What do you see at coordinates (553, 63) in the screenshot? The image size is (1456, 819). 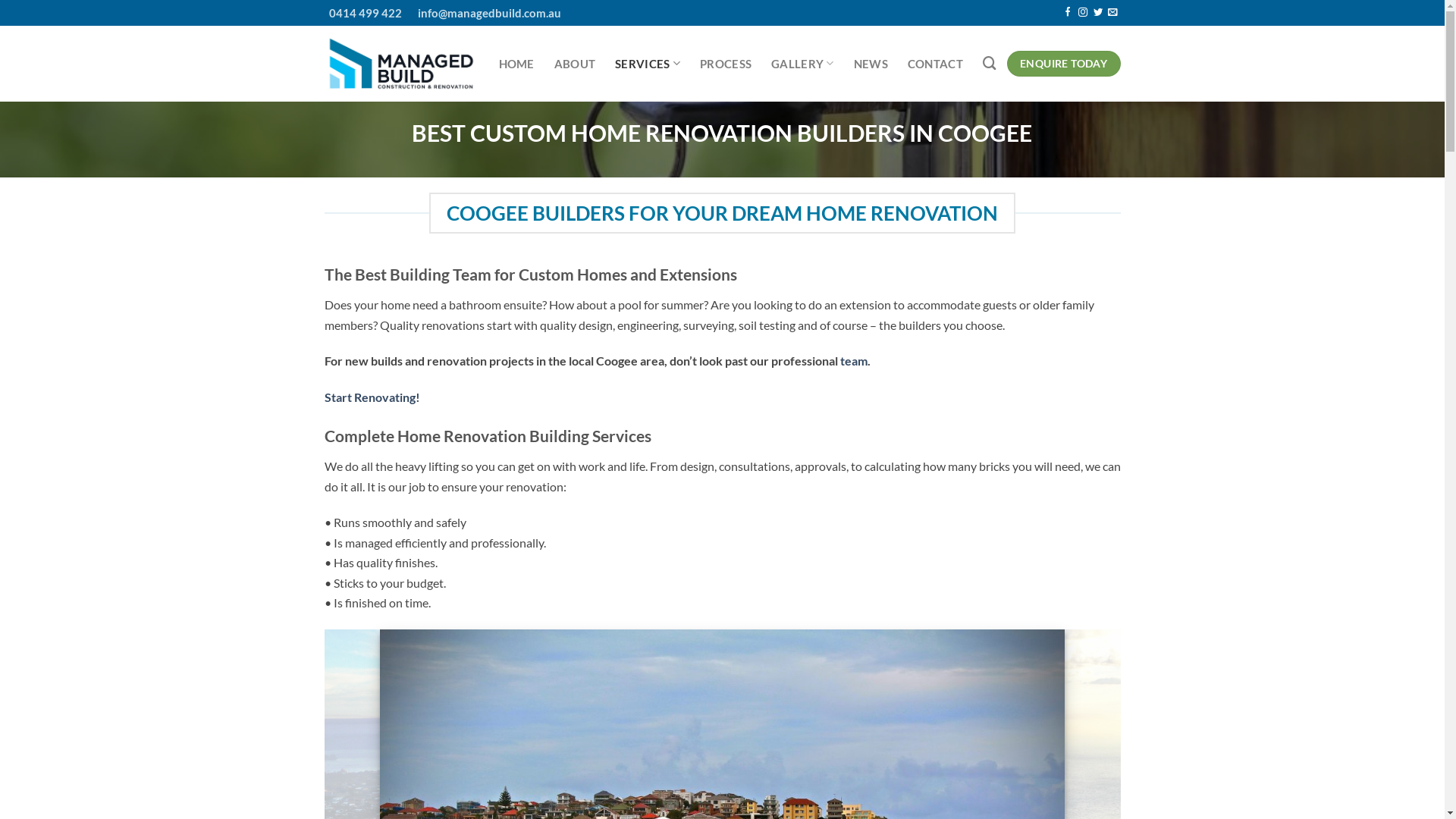 I see `'ABOUT'` at bounding box center [553, 63].